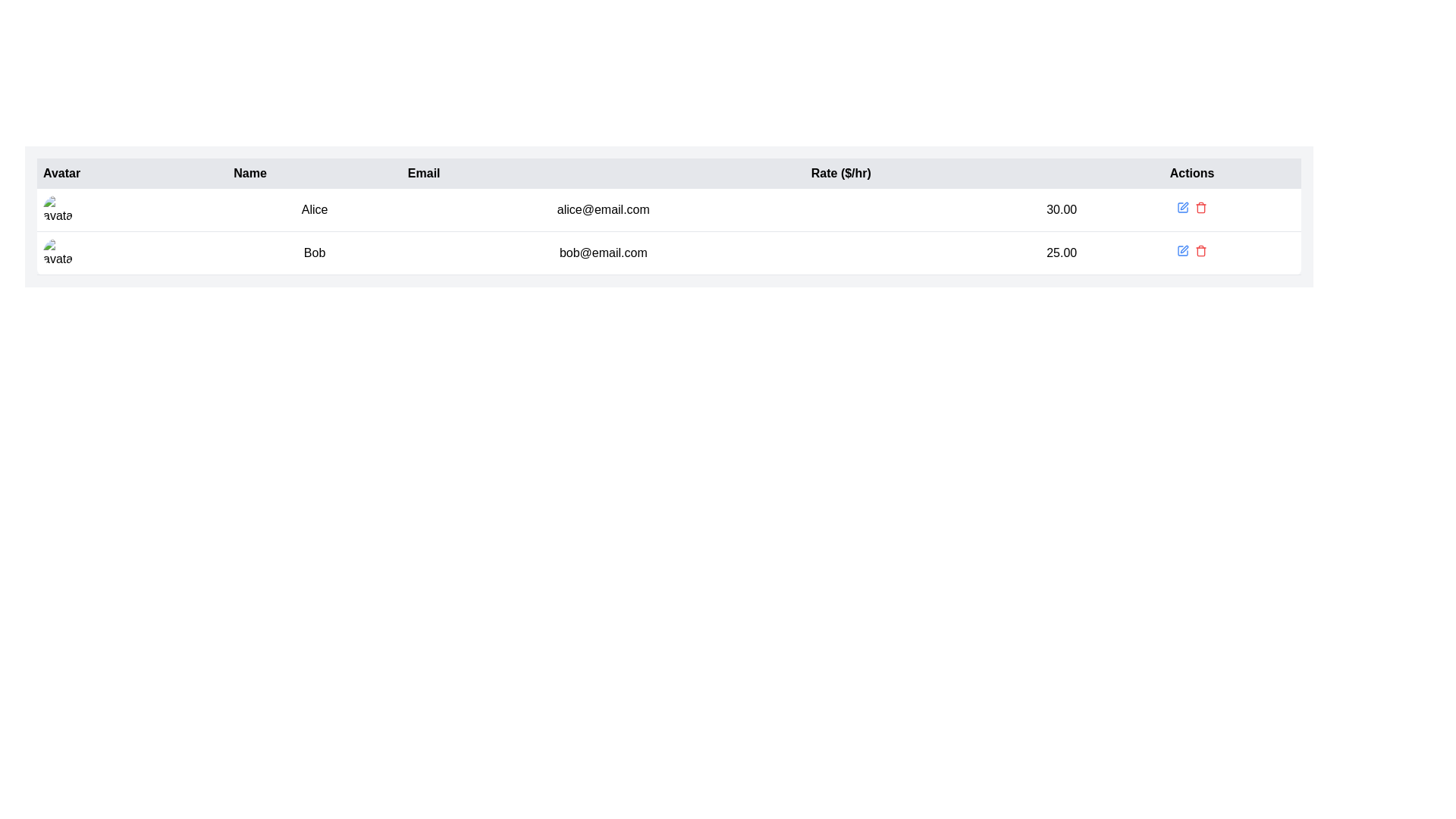 Image resolution: width=1456 pixels, height=819 pixels. Describe the element at coordinates (1182, 250) in the screenshot. I see `the small blue pencil icon in the Actions column of the second row of the table` at that location.